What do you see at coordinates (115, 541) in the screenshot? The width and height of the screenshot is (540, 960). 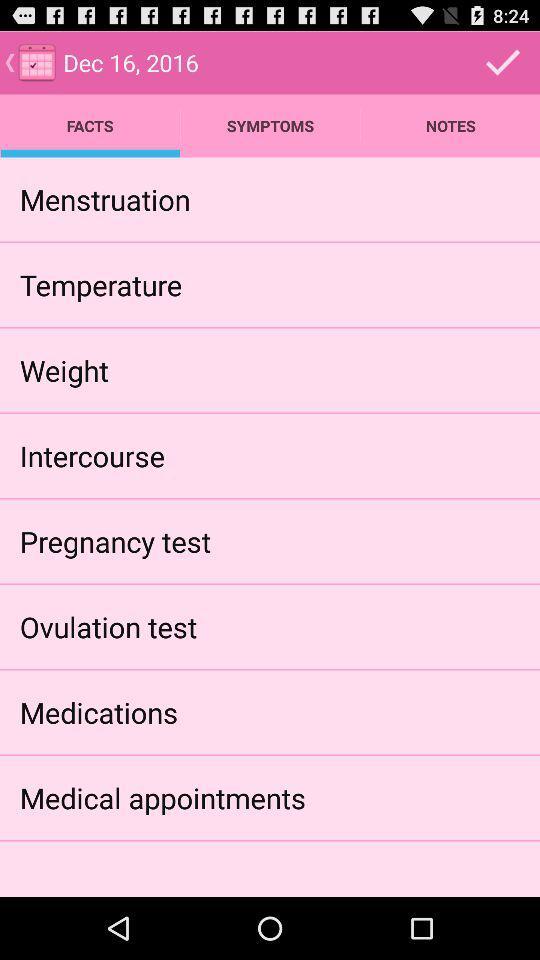 I see `icon below intercourse app` at bounding box center [115, 541].